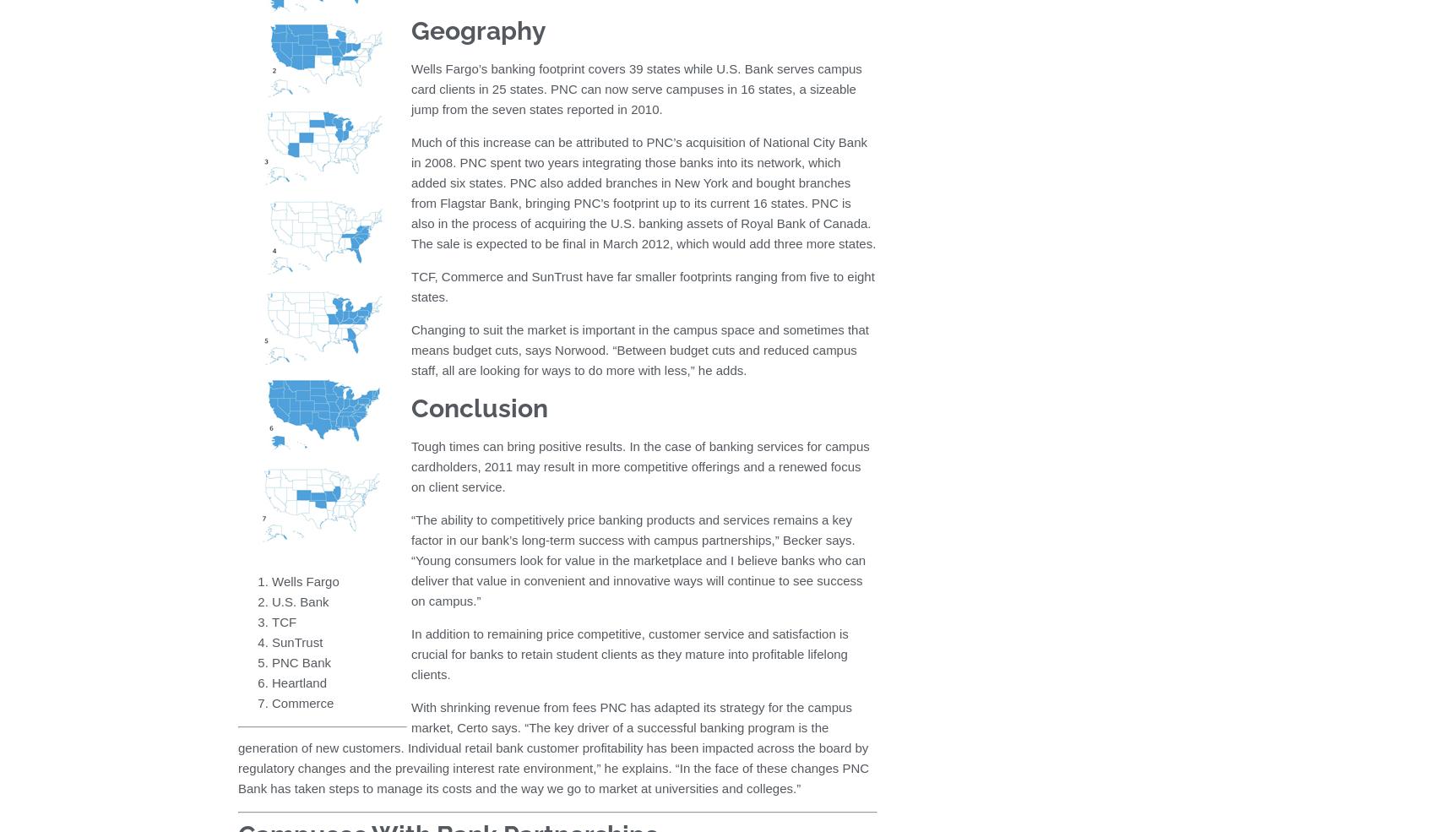 The width and height of the screenshot is (1456, 832). I want to click on 'Geography', so click(478, 30).